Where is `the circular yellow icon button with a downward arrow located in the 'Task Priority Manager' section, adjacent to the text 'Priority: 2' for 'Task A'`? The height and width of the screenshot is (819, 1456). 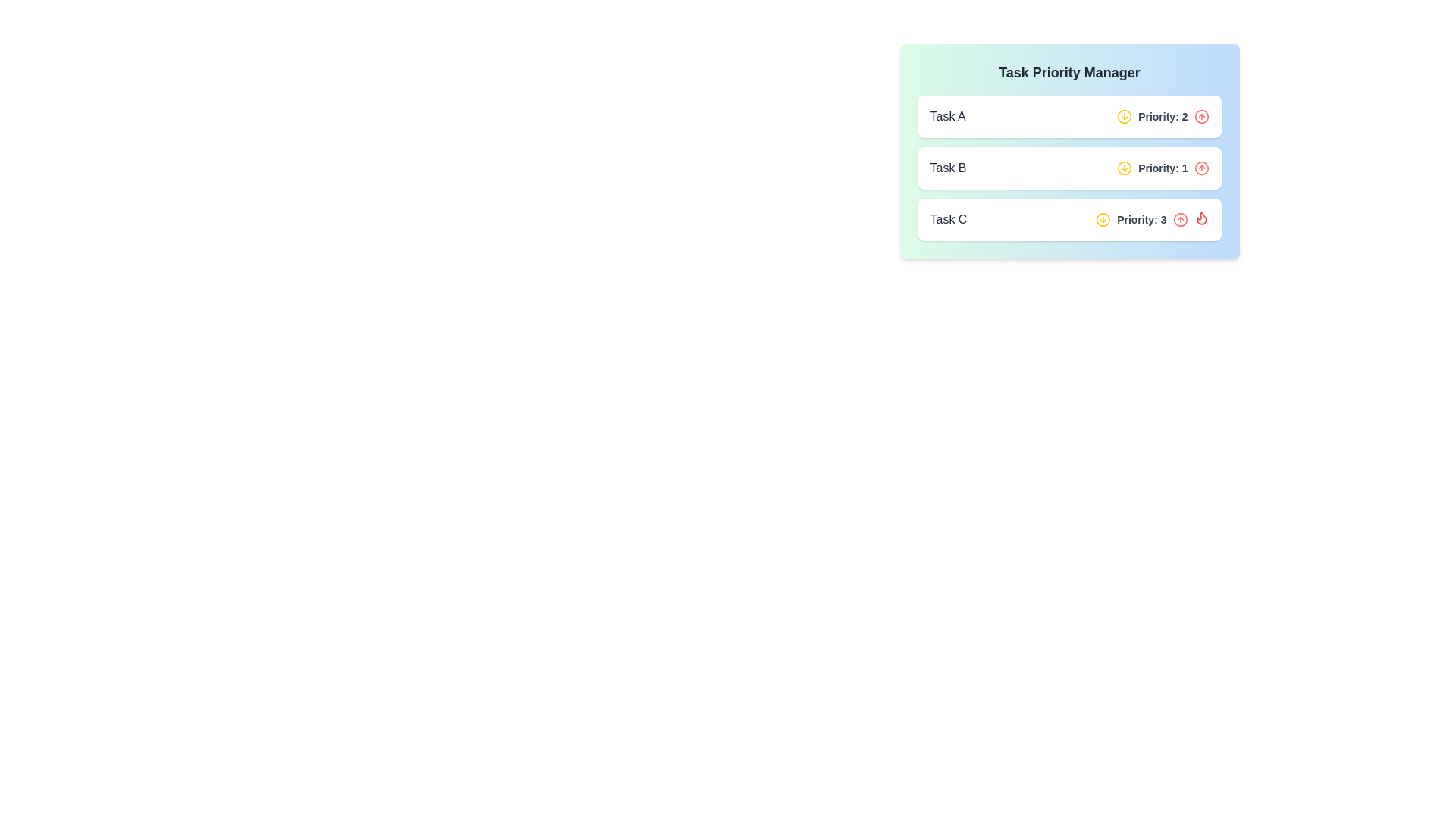
the circular yellow icon button with a downward arrow located in the 'Task Priority Manager' section, adjacent to the text 'Priority: 2' for 'Task A' is located at coordinates (1125, 116).